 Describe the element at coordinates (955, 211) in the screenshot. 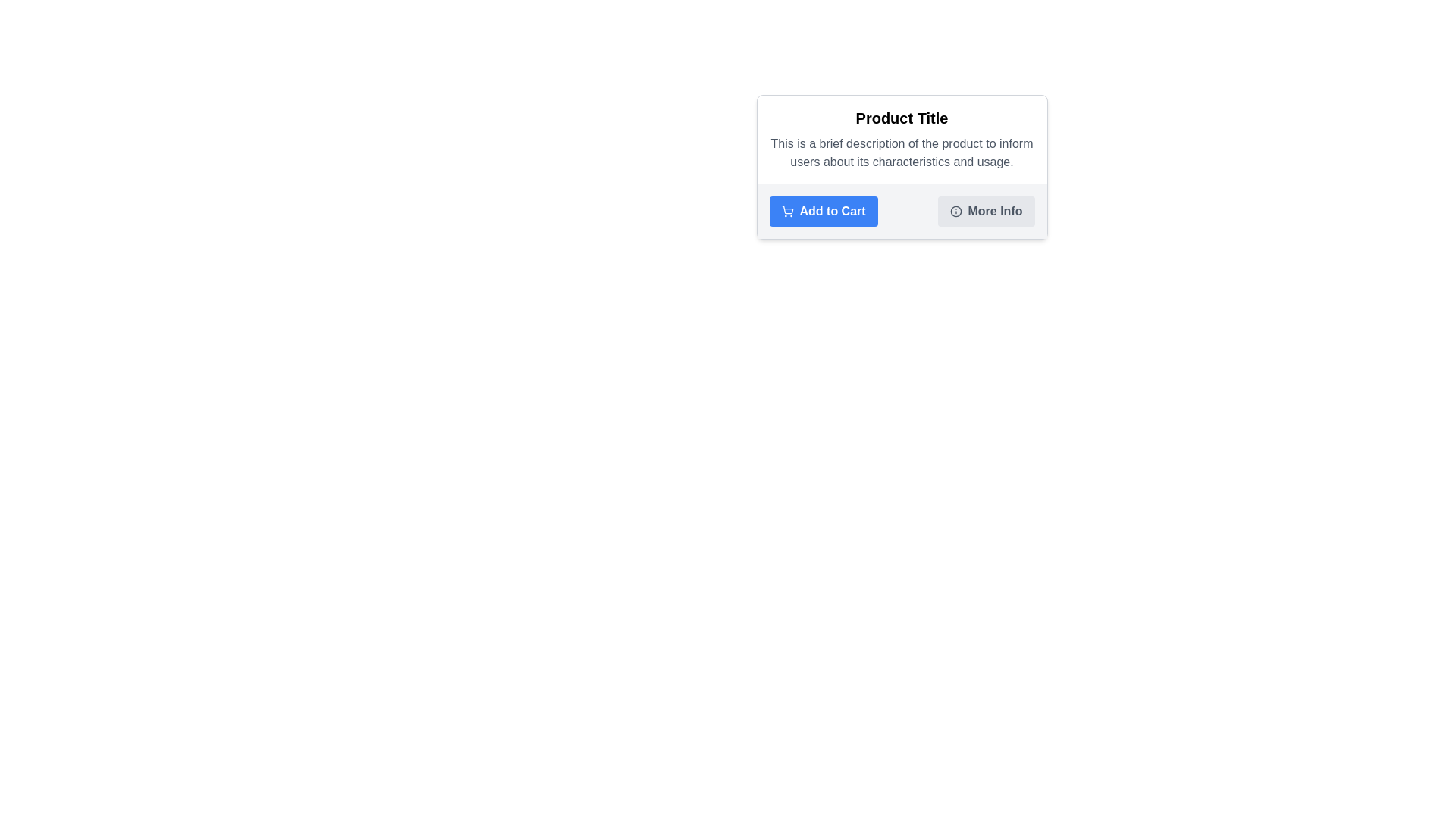

I see `the decorative circular SVG element that visually indicates the purpose of the info icon within the product information card, located to the left of the 'More Info' button` at that location.